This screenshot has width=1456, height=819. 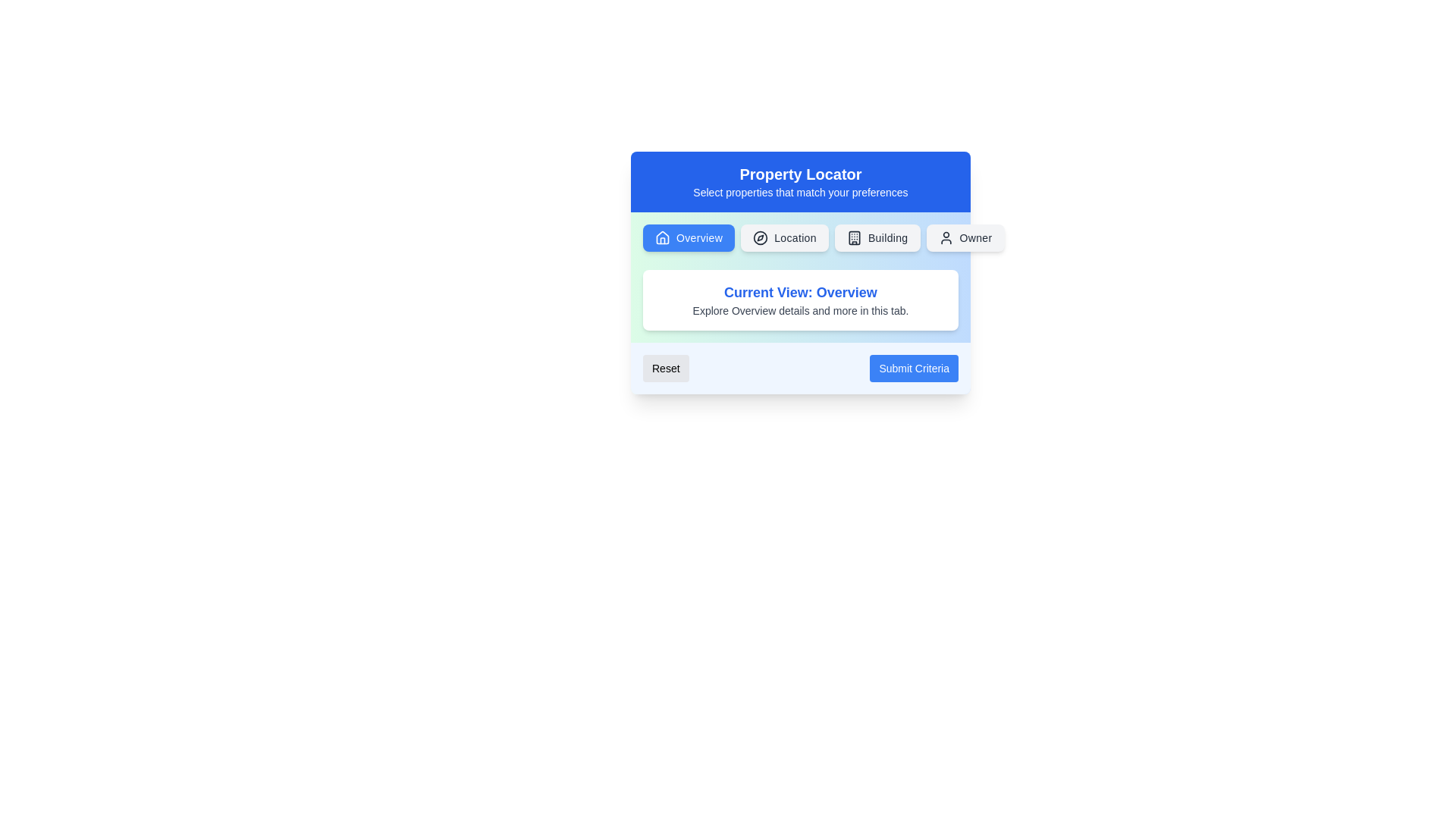 I want to click on the navigation button that directs the user to the 'Location' section, which is the second button in a row of four located below the 'Property Locator' heading, so click(x=800, y=237).